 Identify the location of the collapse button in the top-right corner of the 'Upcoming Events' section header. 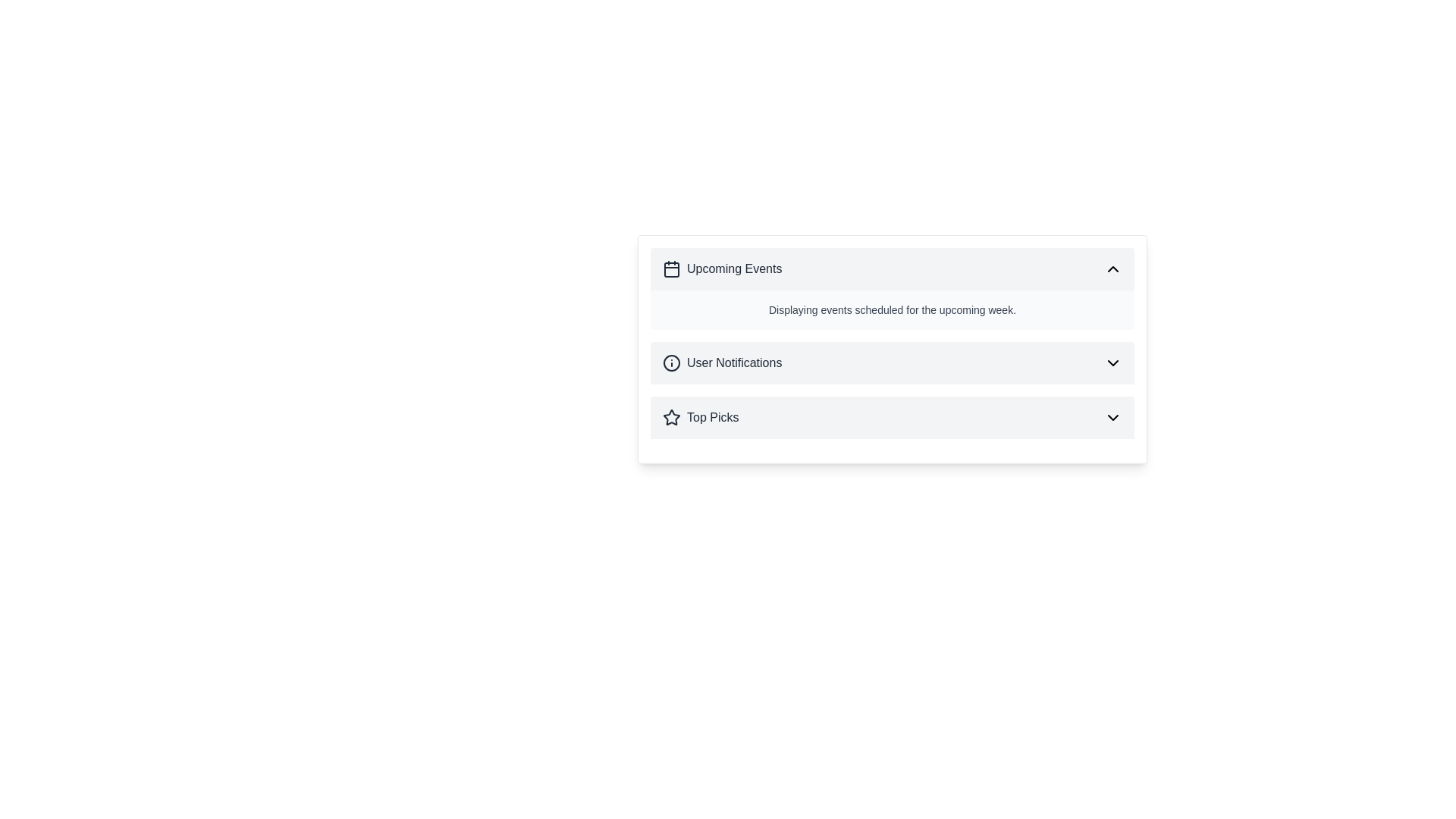
(1113, 268).